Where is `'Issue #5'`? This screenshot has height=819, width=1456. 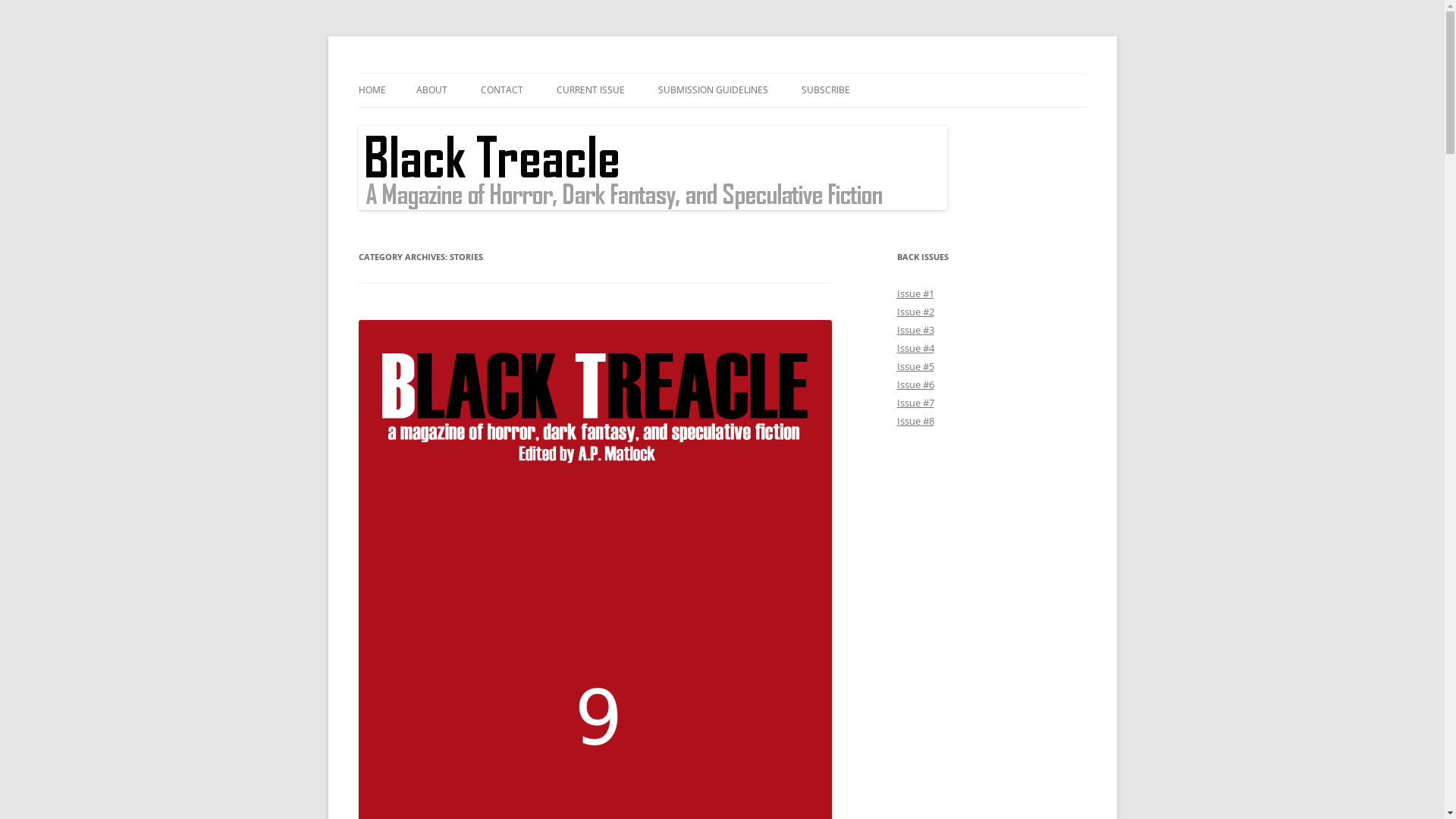 'Issue #5' is located at coordinates (914, 366).